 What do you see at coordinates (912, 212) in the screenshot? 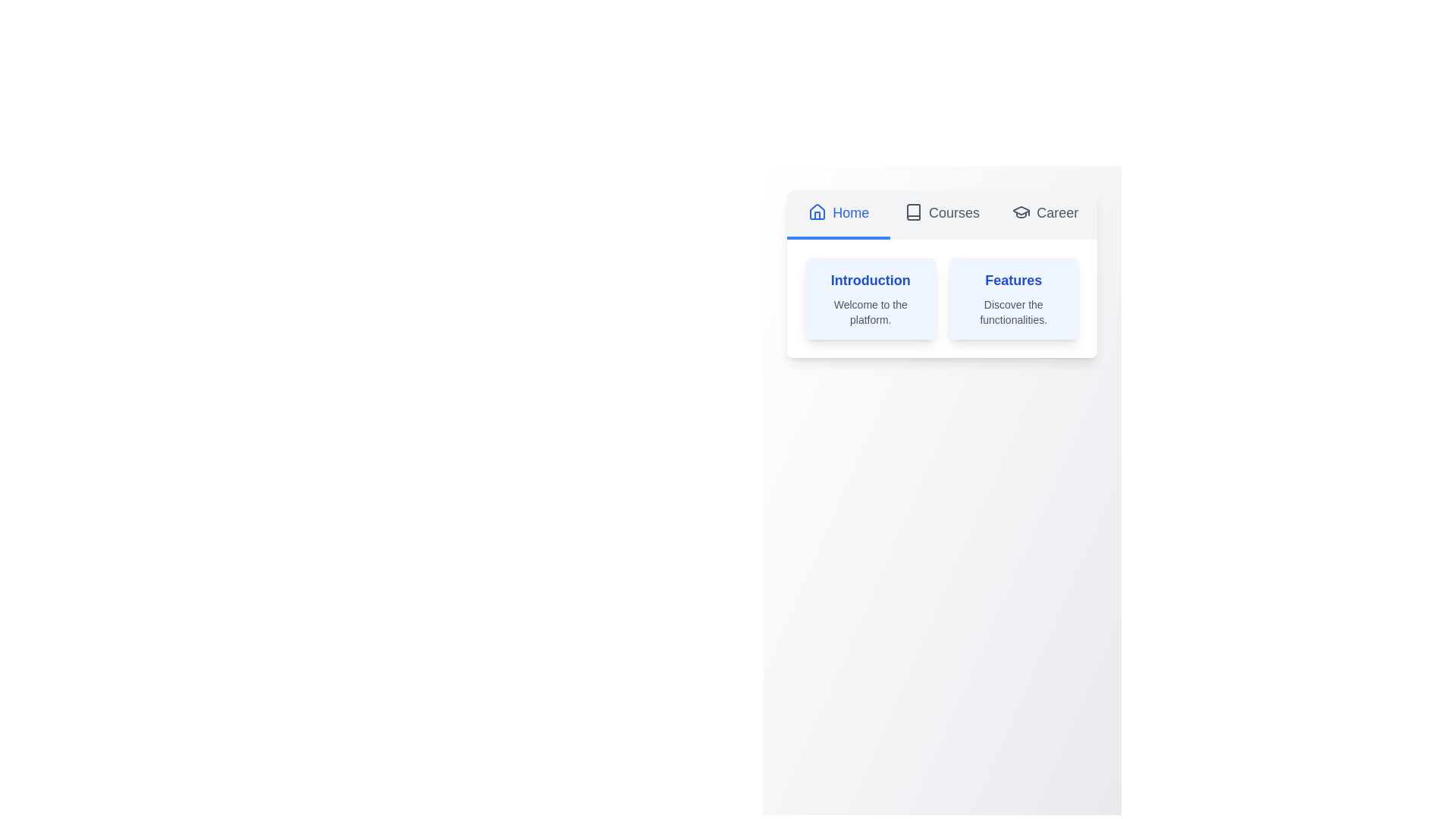
I see `the 'Courses' icon in the navigation bar for keyboard navigation` at bounding box center [912, 212].